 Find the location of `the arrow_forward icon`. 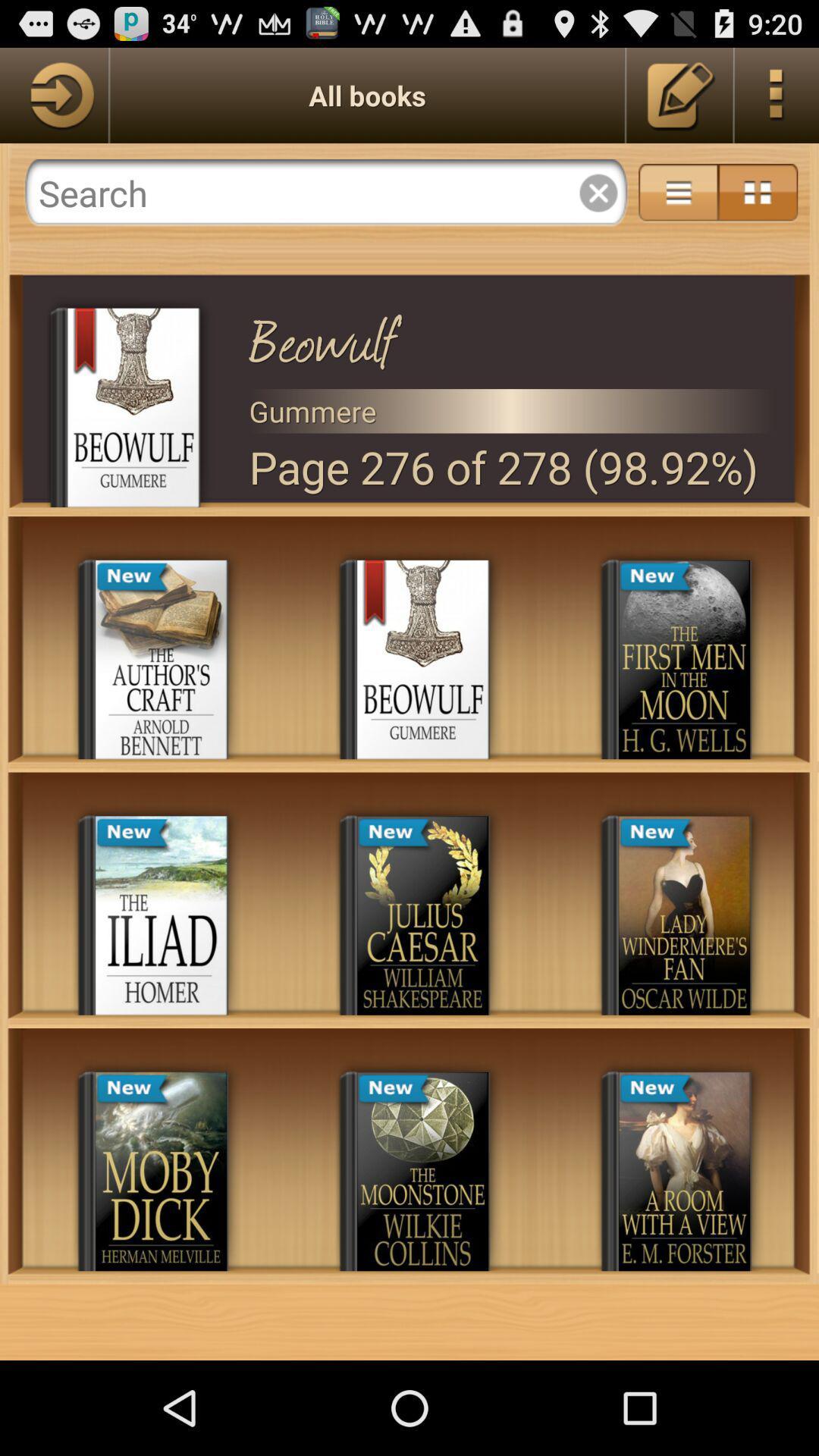

the arrow_forward icon is located at coordinates (53, 101).